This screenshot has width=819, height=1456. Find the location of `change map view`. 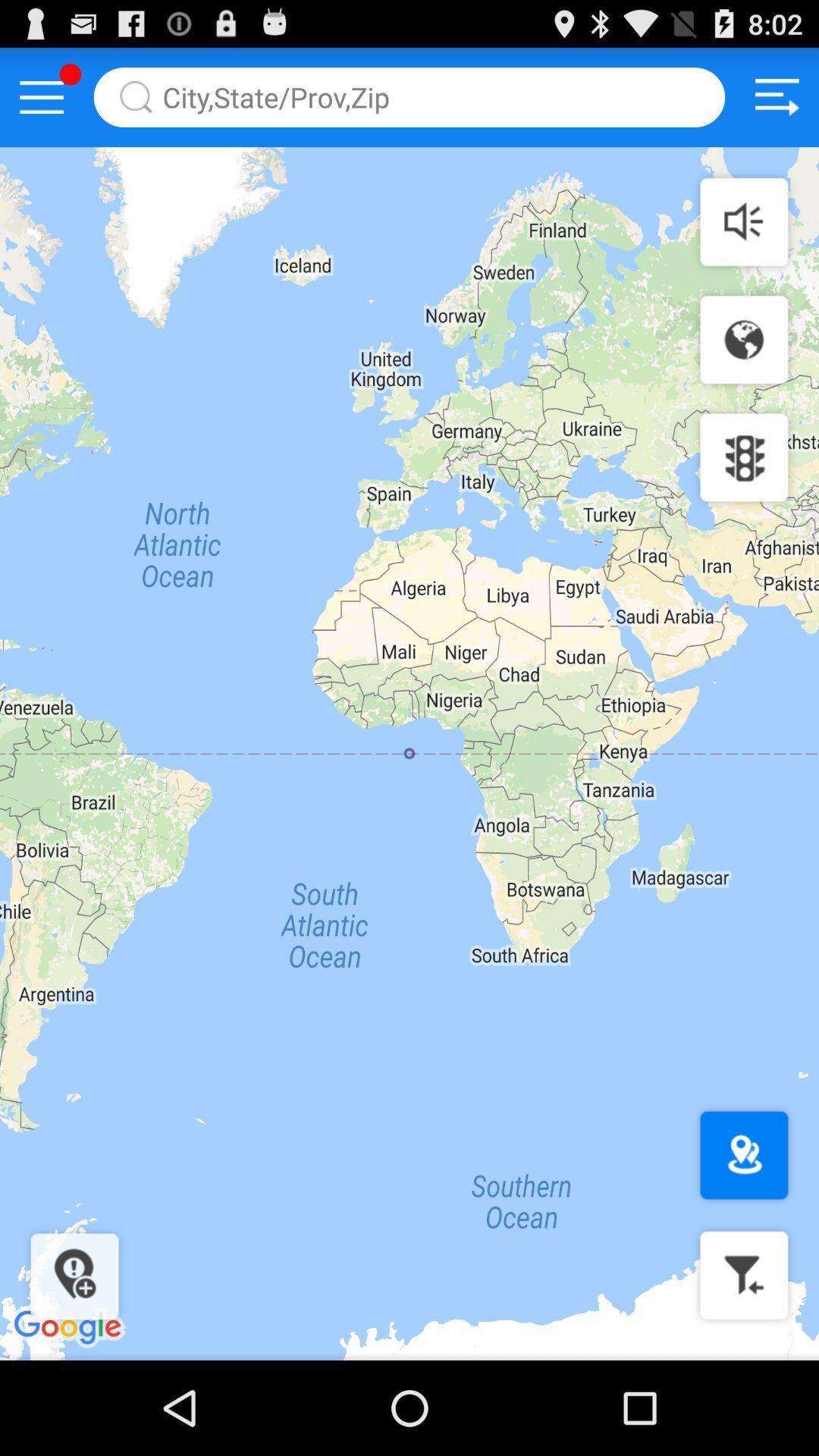

change map view is located at coordinates (743, 339).